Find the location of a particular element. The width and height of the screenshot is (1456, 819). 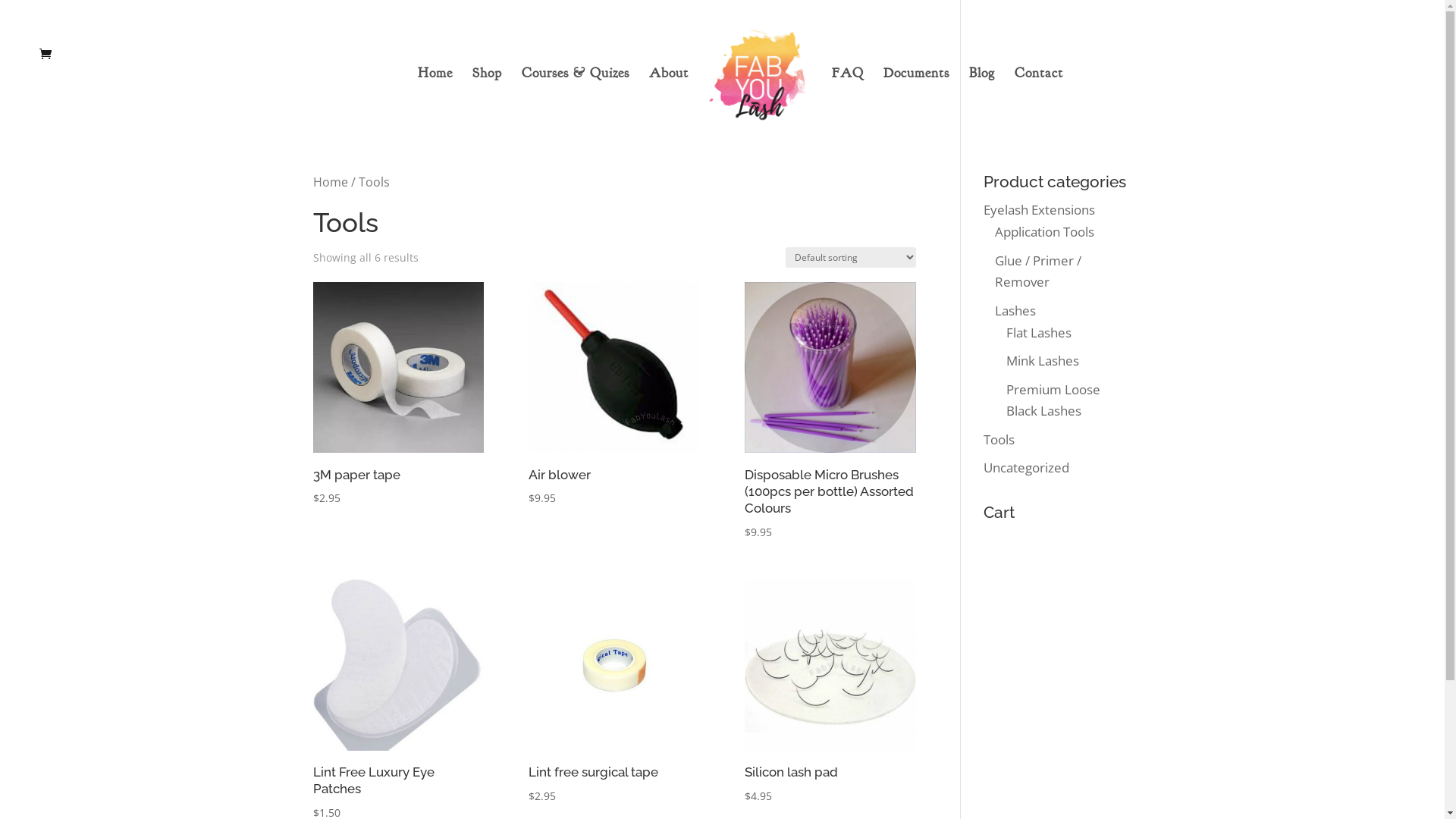

'Silicon lash pad is located at coordinates (829, 692).